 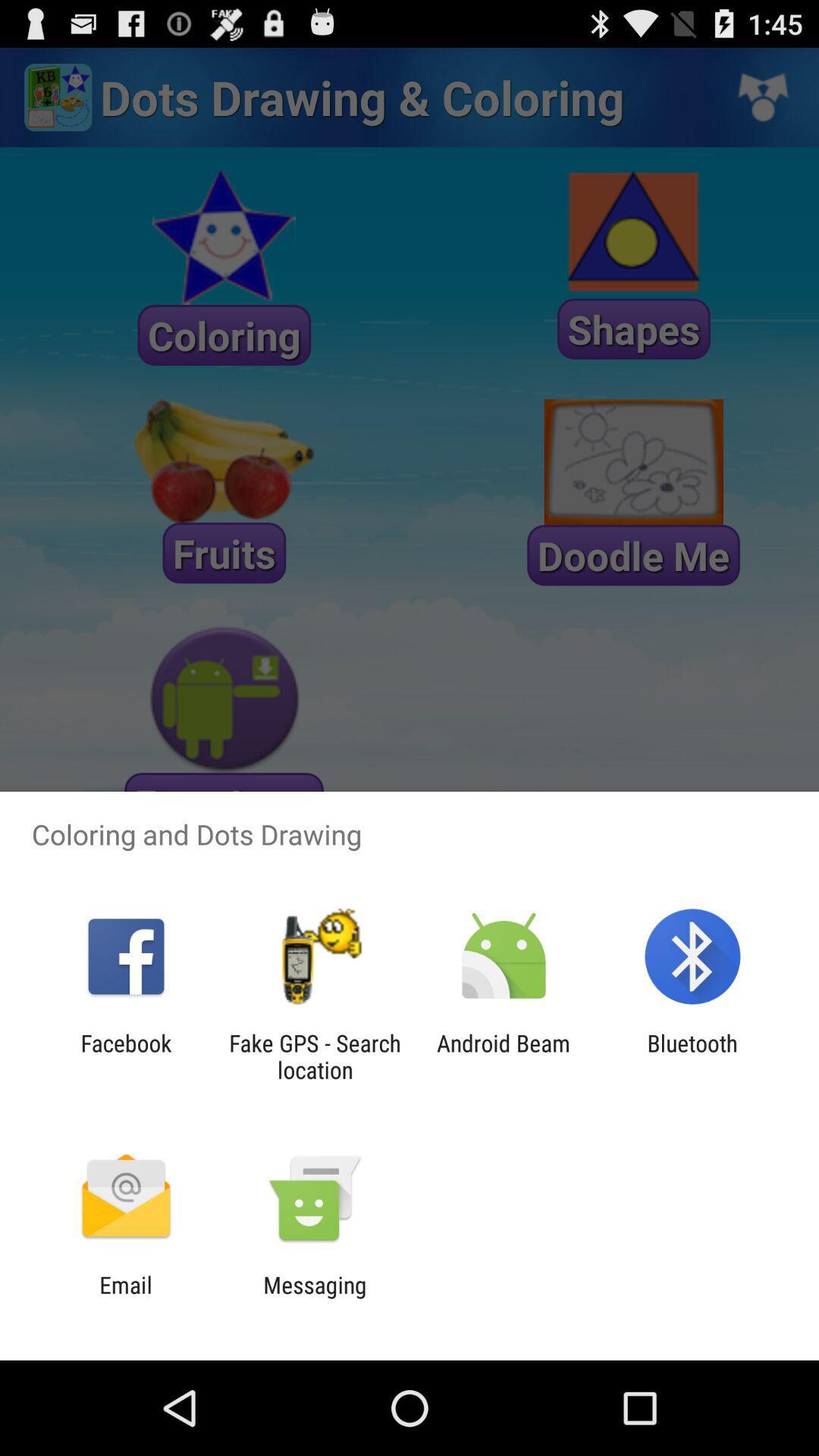 What do you see at coordinates (504, 1056) in the screenshot?
I see `the item next to the bluetooth icon` at bounding box center [504, 1056].